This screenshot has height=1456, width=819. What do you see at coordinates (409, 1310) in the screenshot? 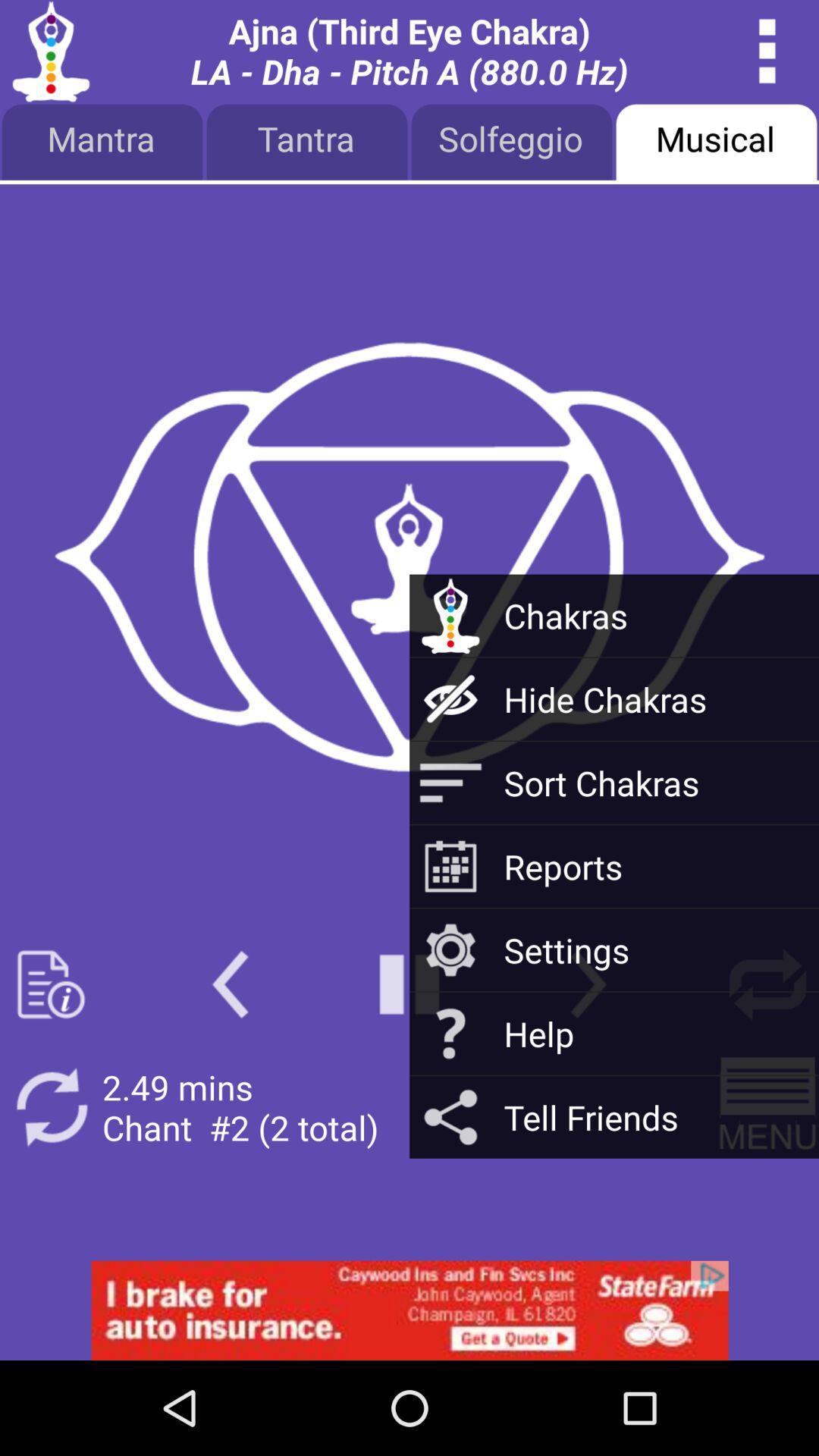
I see `option` at bounding box center [409, 1310].